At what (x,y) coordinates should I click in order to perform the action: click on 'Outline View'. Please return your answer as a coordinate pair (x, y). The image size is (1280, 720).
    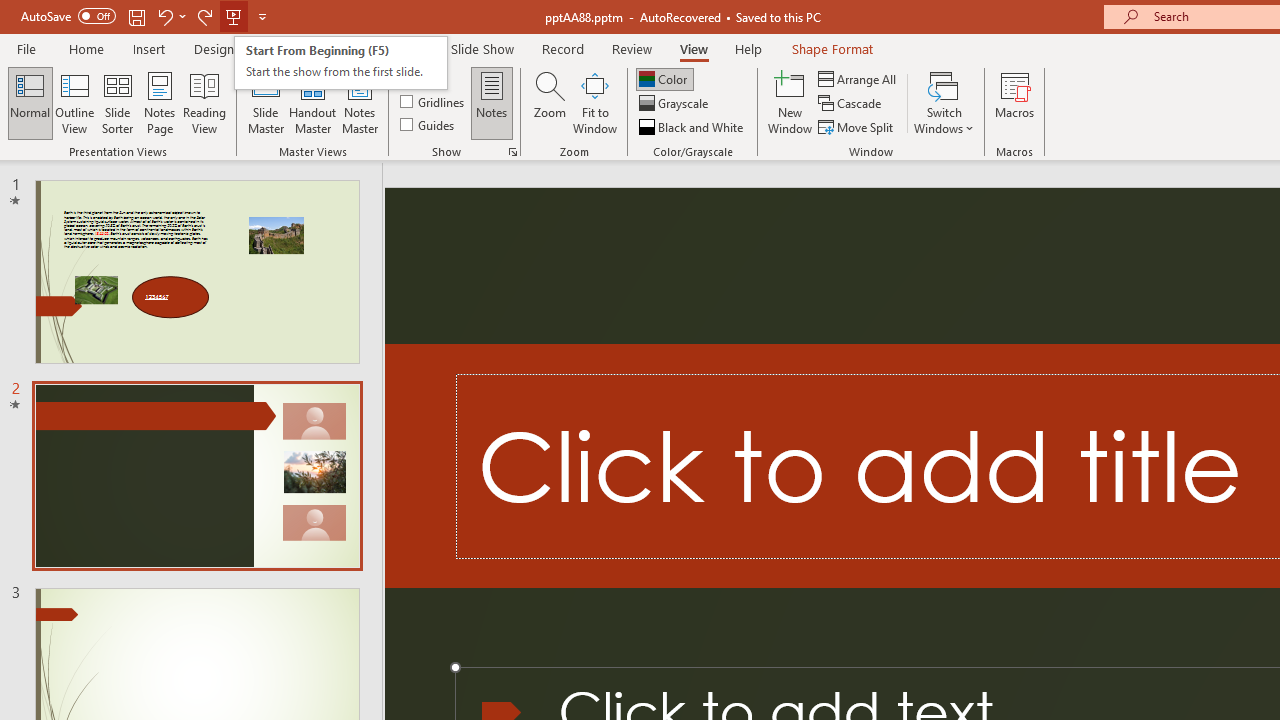
    Looking at the image, I should click on (74, 103).